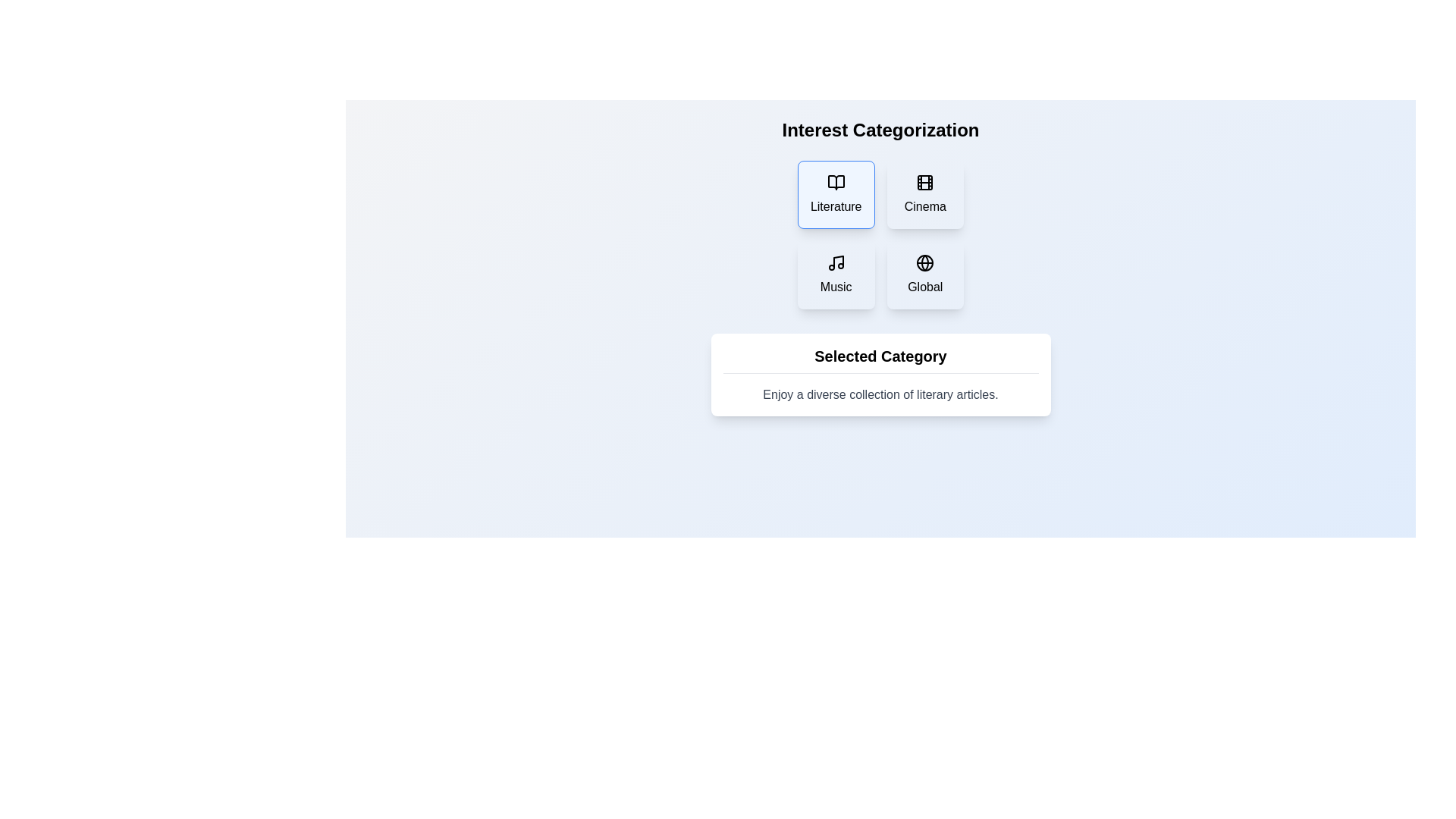 Image resolution: width=1456 pixels, height=819 pixels. Describe the element at coordinates (924, 181) in the screenshot. I see `the film icon located in the top right corner of the 'Cinema' category, which features a rectangle with perforated borders and a monochrome color scheme` at that location.